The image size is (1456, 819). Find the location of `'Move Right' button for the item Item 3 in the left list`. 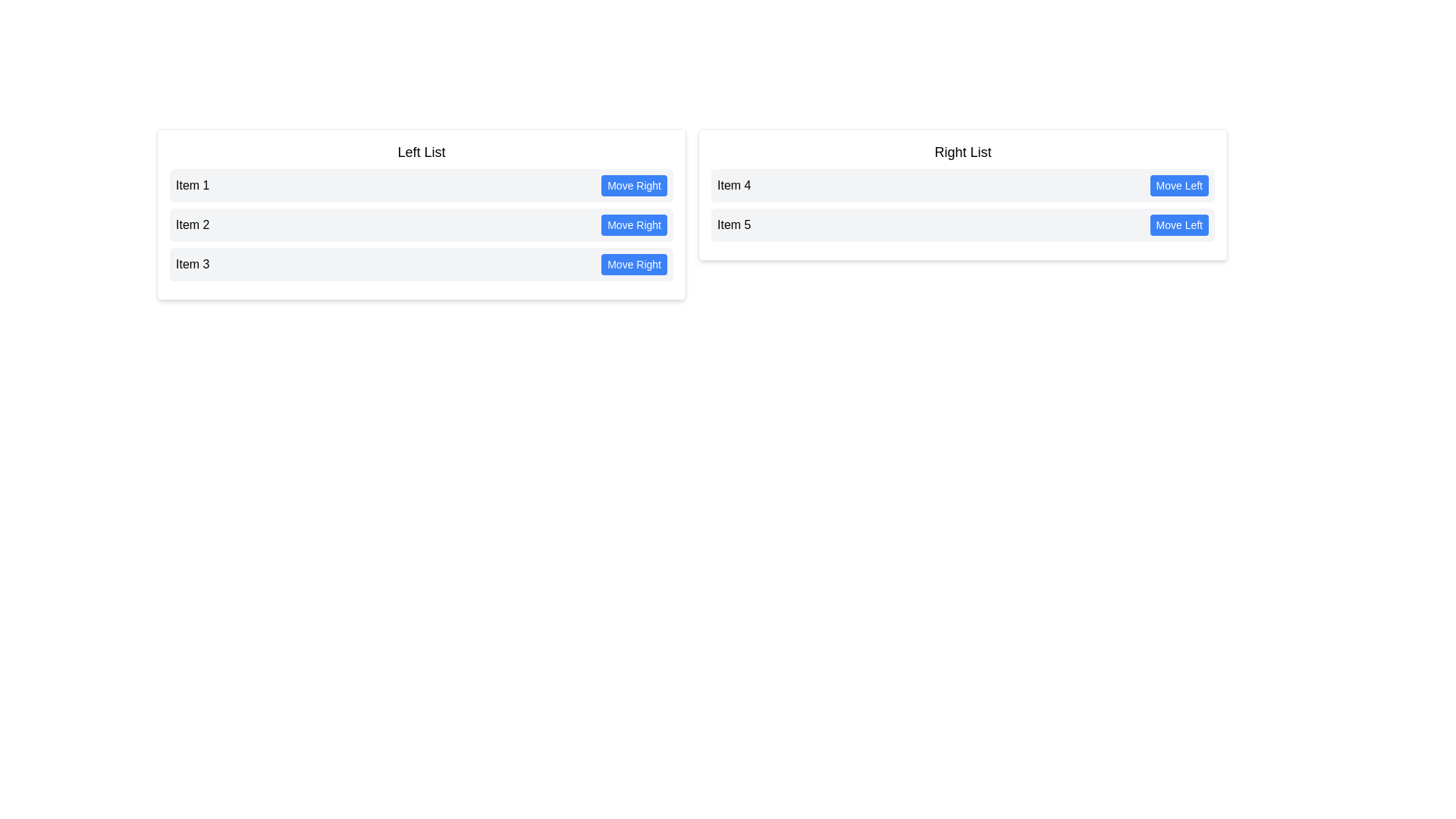

'Move Right' button for the item Item 3 in the left list is located at coordinates (634, 263).